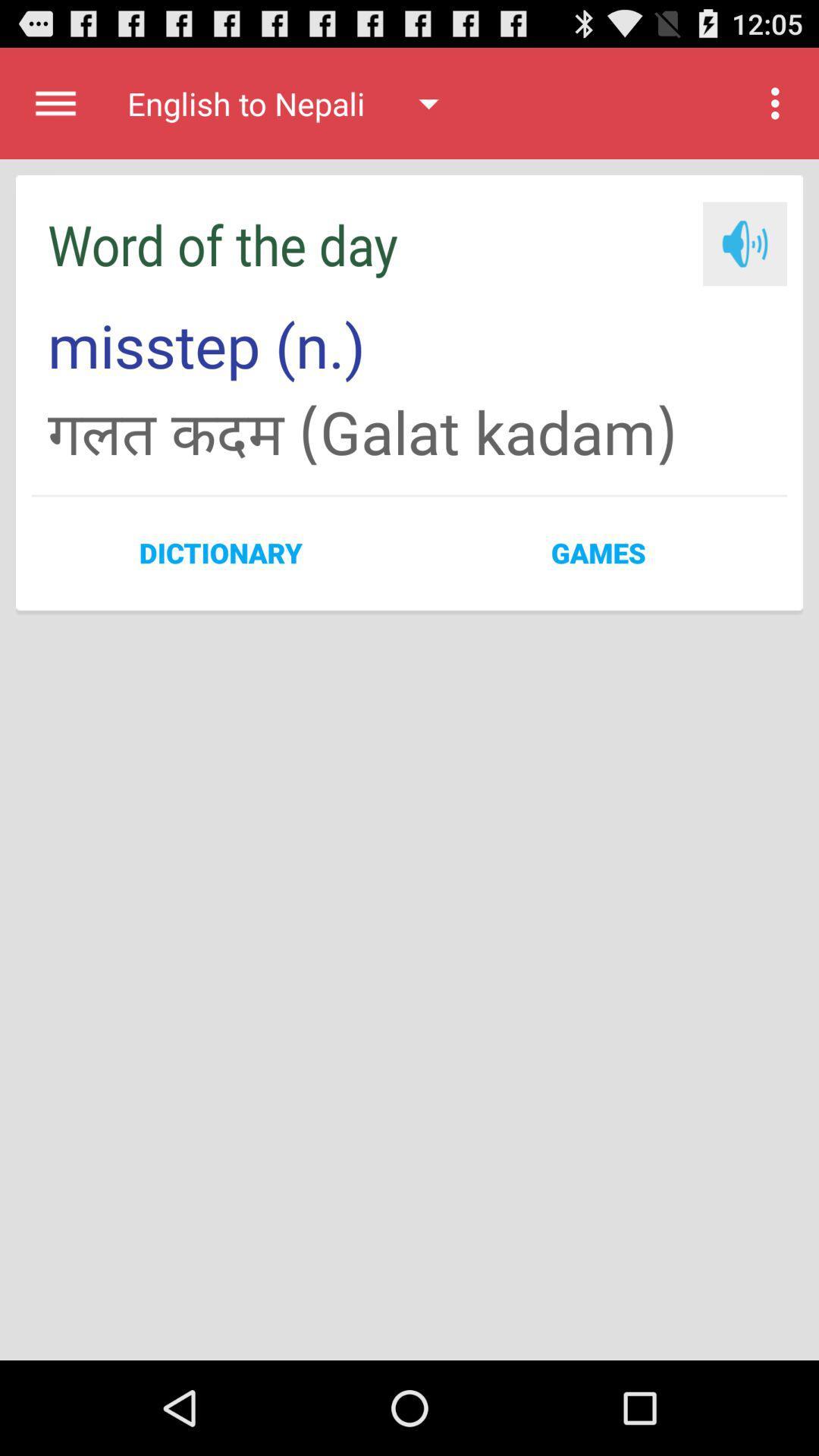 This screenshot has height=1456, width=819. Describe the element at coordinates (744, 261) in the screenshot. I see `the volume icon` at that location.